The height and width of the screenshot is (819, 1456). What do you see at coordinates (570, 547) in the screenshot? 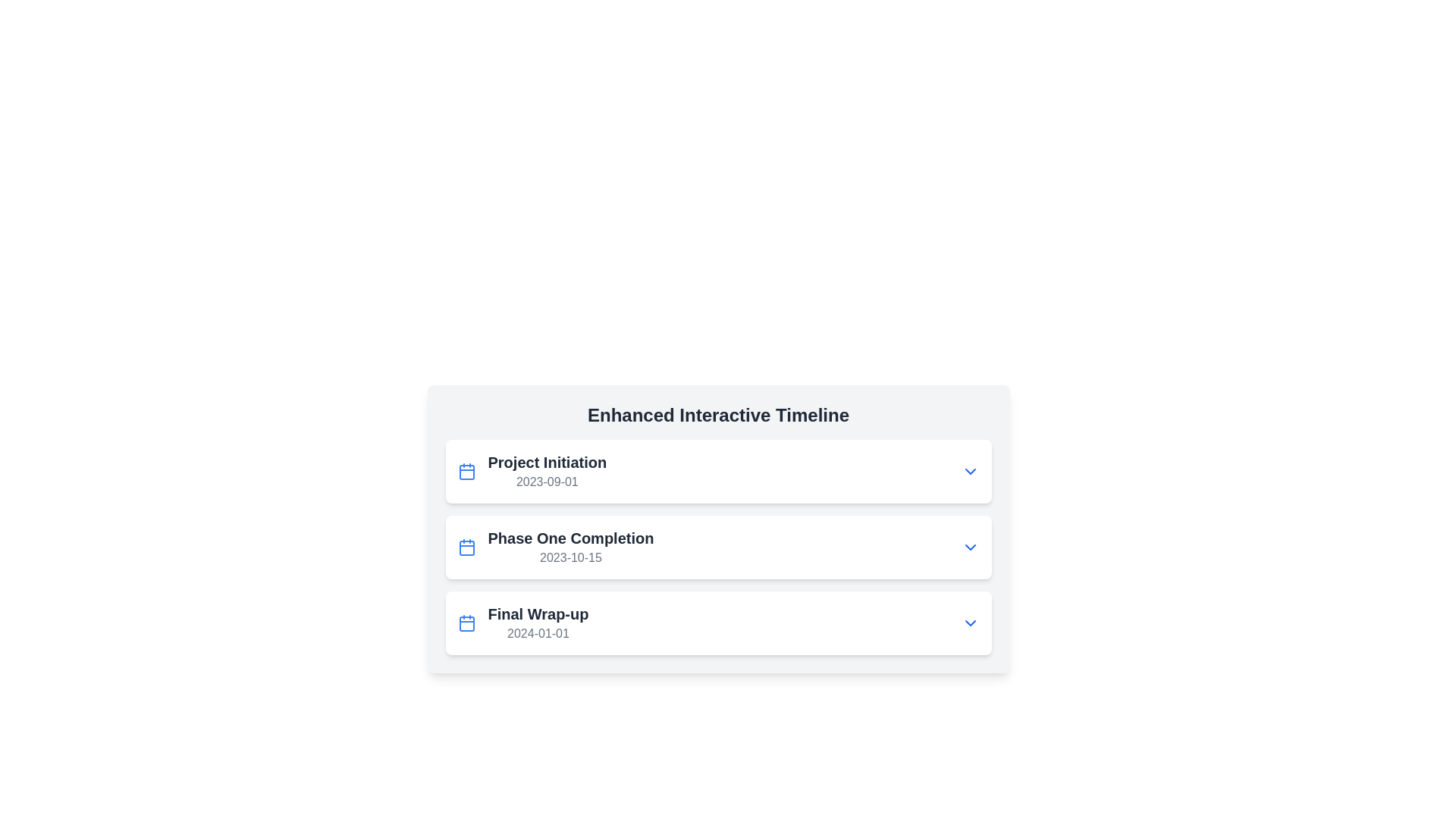
I see `the Text Label with Subtext that displays a phase title and its associated date in the second item of the vertical timeline list, located between 'Project Initiation' and 'Final Wrap-up'` at bounding box center [570, 547].